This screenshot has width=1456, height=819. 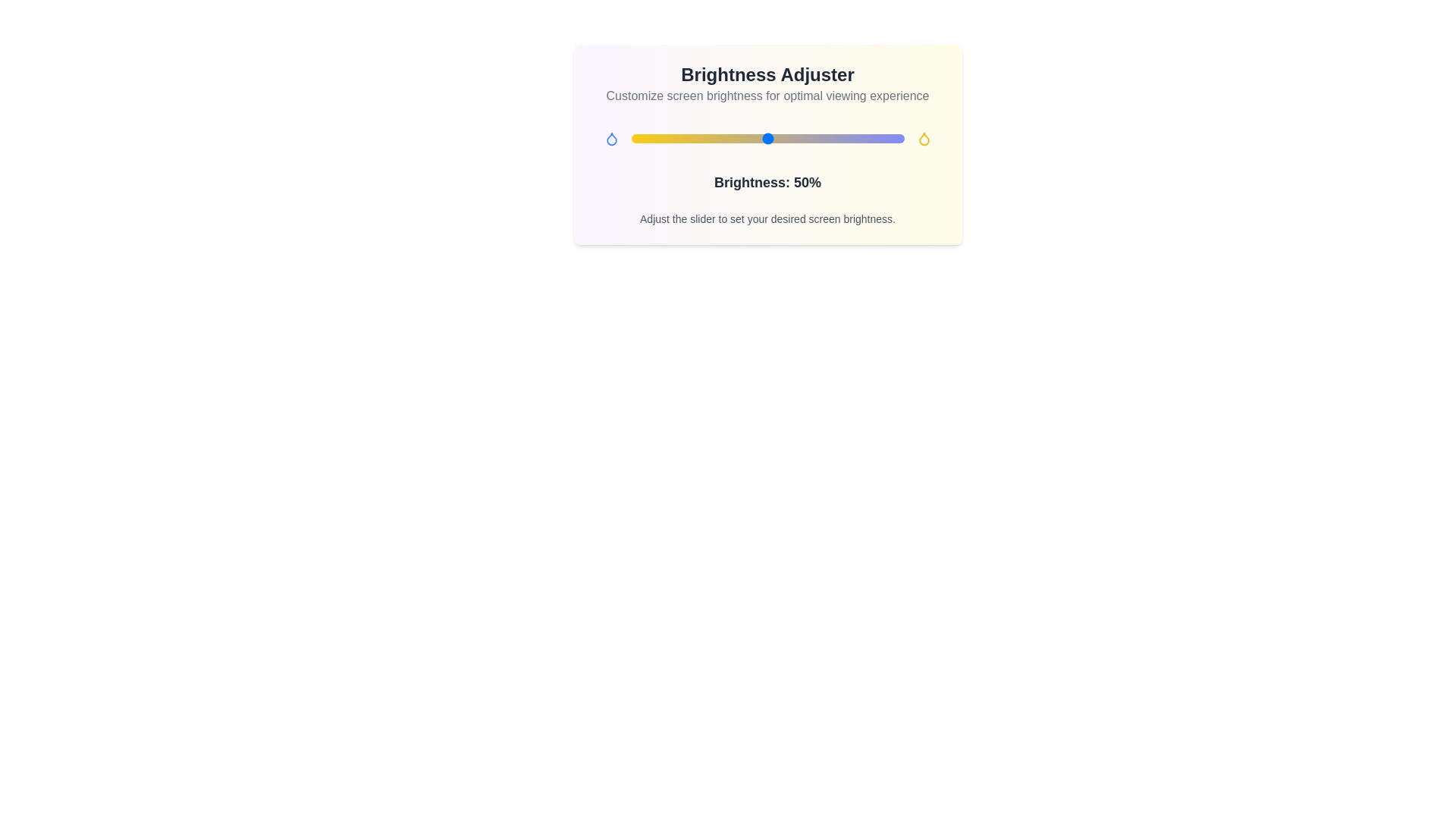 What do you see at coordinates (631, 138) in the screenshot?
I see `the brightness slider to 0% to observe the gradient` at bounding box center [631, 138].